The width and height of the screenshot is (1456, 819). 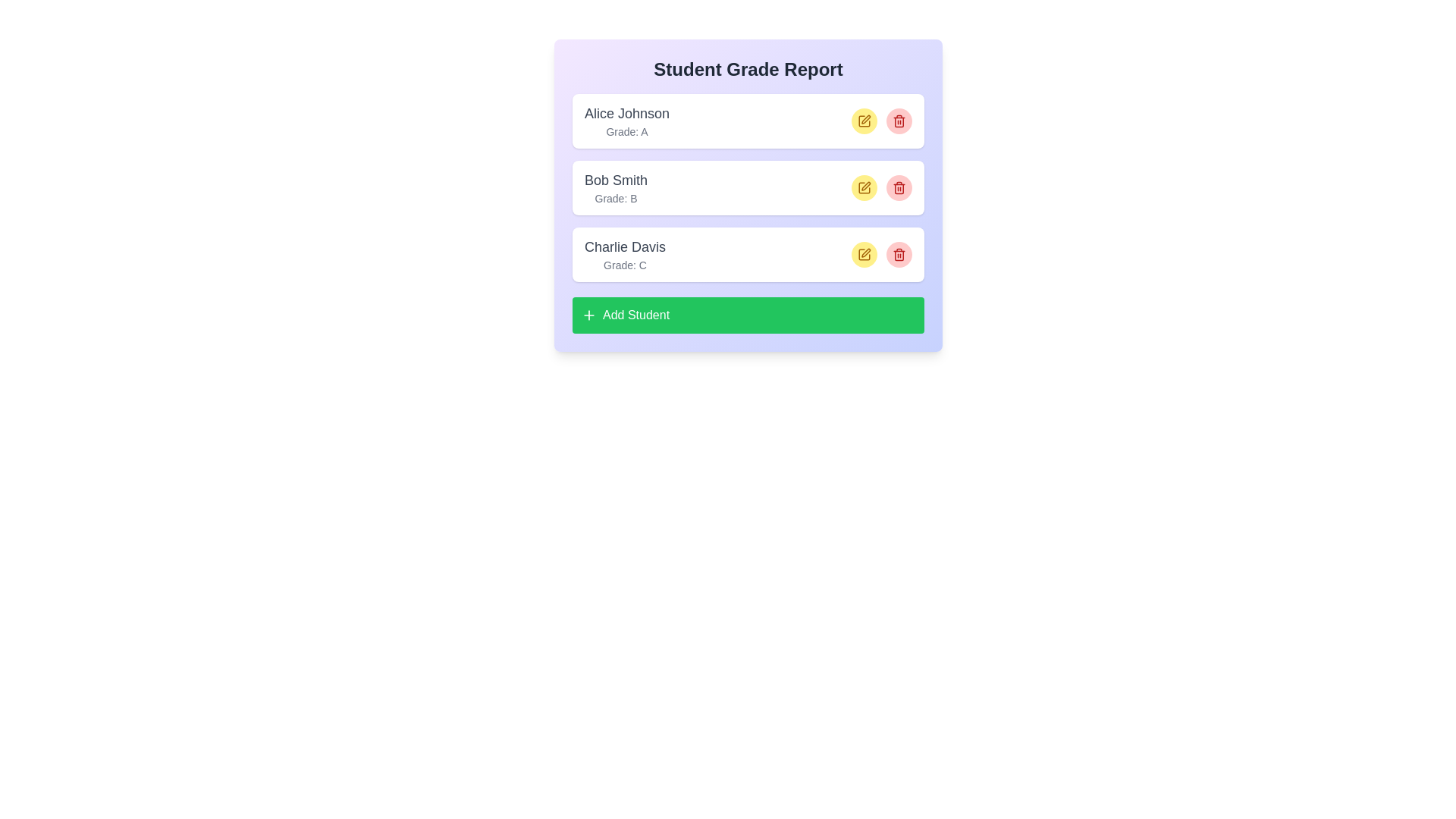 What do you see at coordinates (864, 253) in the screenshot?
I see `edit button for the student identified by Charlie Davis` at bounding box center [864, 253].